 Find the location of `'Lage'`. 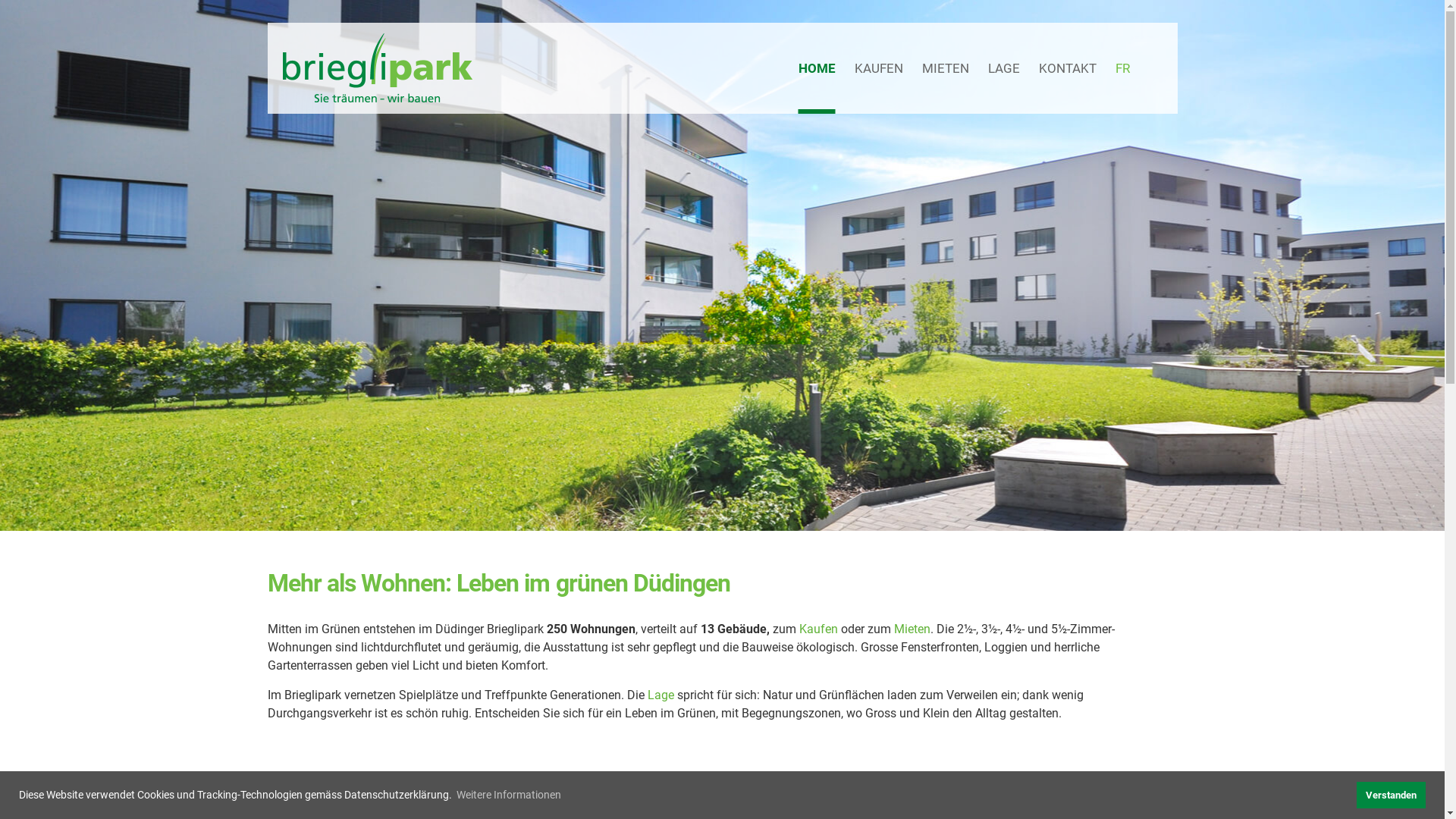

'Lage' is located at coordinates (661, 695).